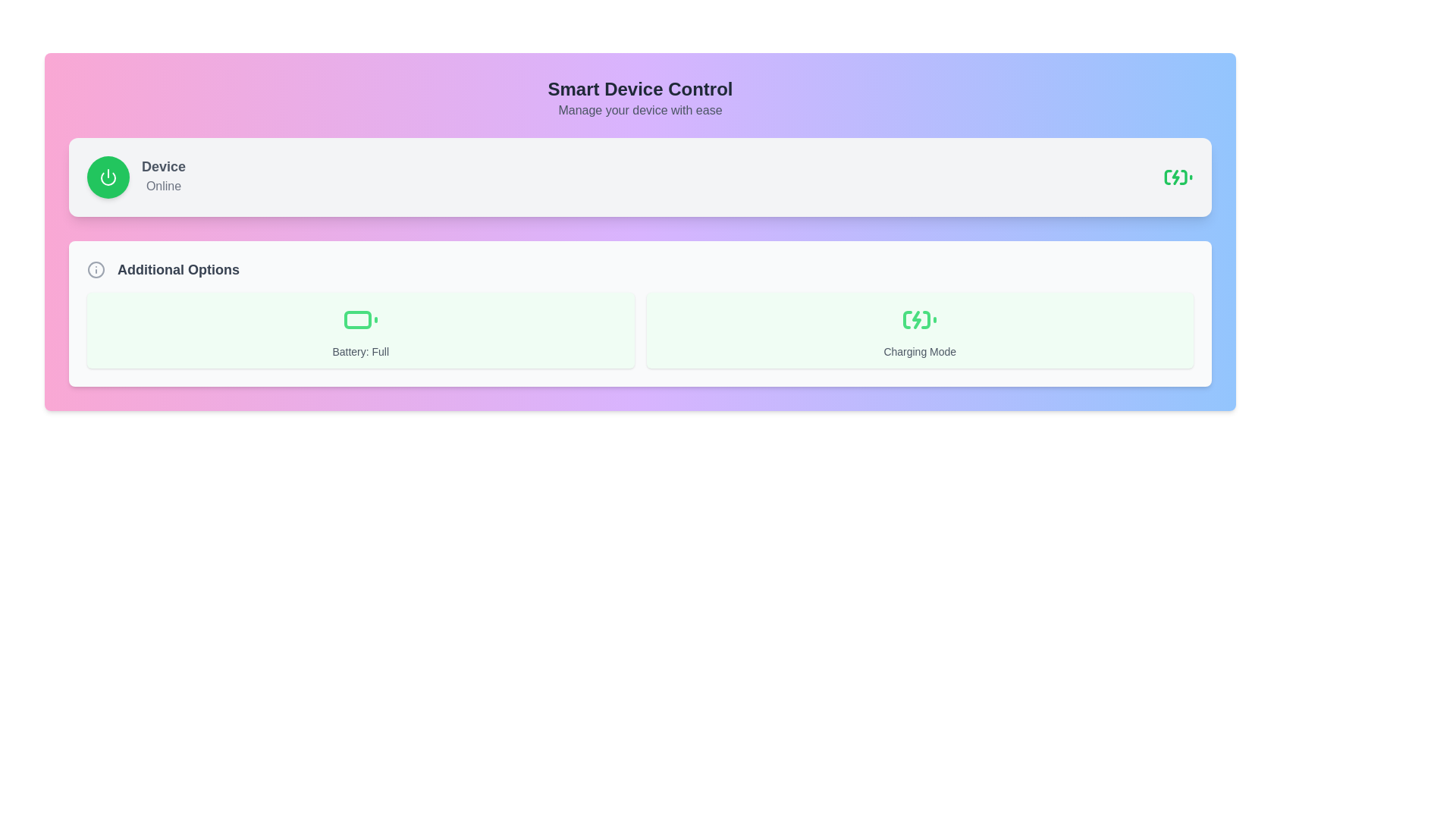 The image size is (1456, 819). I want to click on the leftmost part of the battery enclosure within the Charging Mode section of the displayed charging icon, so click(908, 318).